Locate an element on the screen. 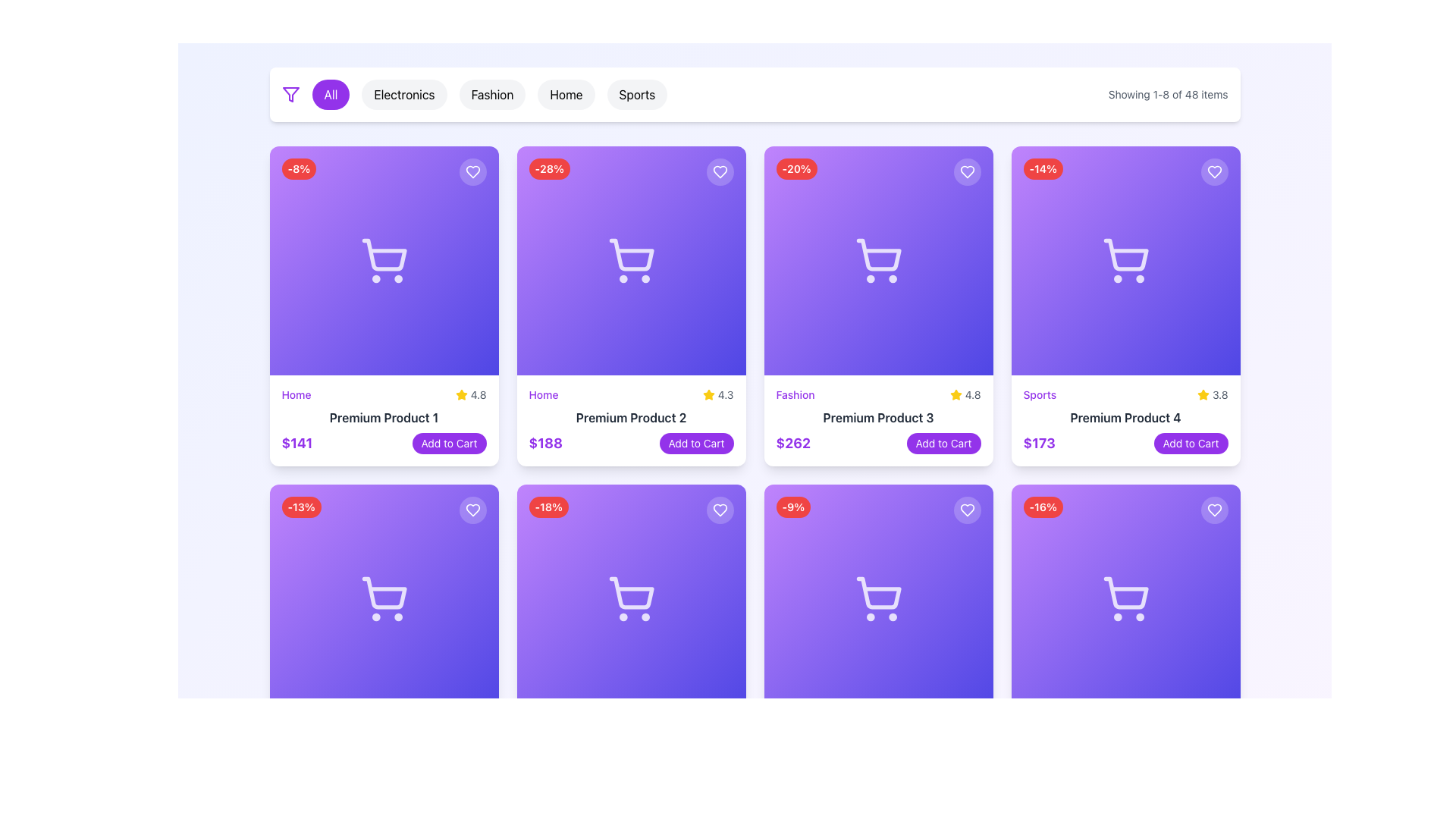 This screenshot has height=819, width=1456. the text label that displays 'Premium Product 2', which is styled in bold gray font and is centrally aligned within its card in the grid layout is located at coordinates (631, 418).